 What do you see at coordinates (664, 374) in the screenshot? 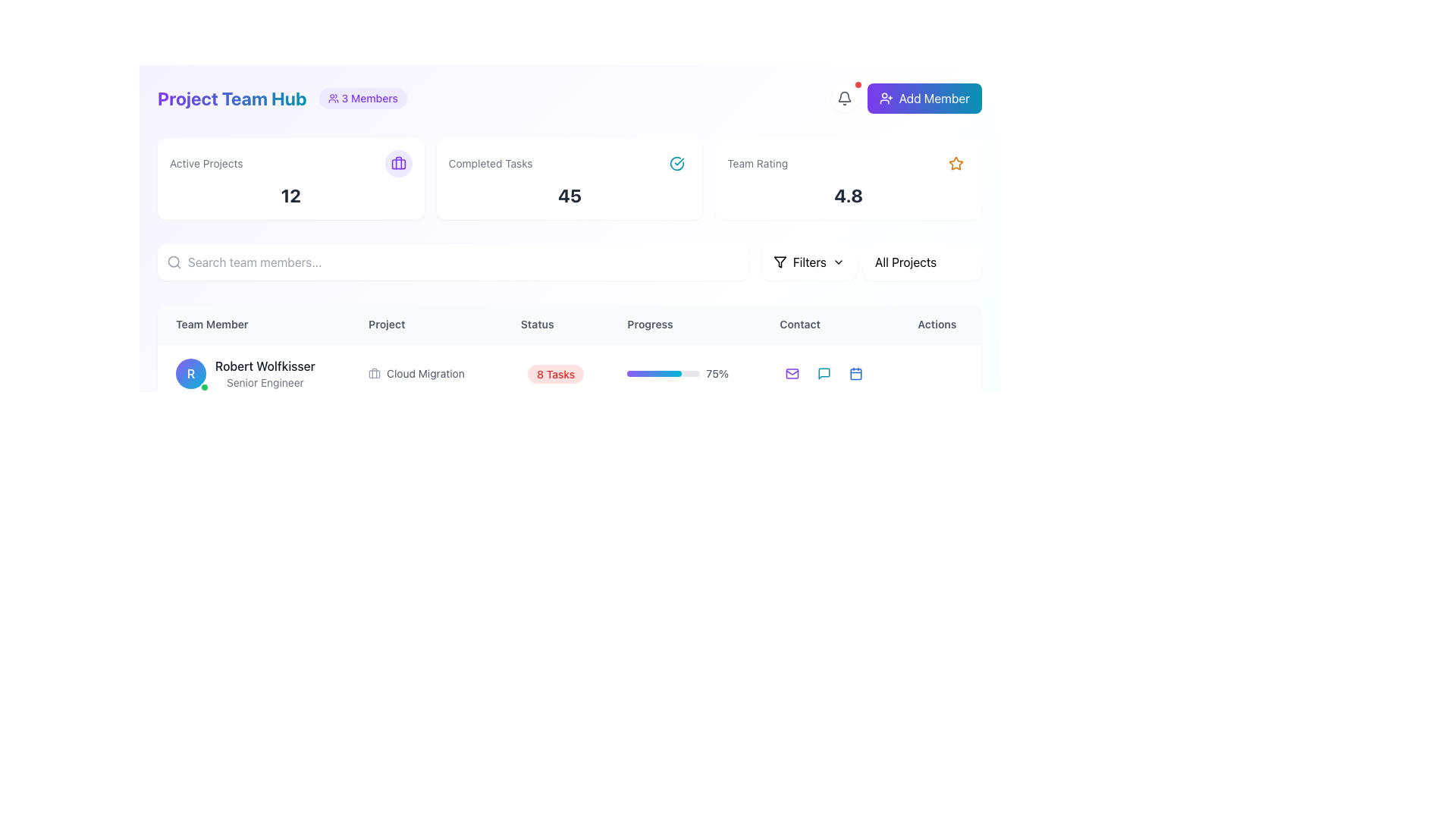
I see `the Progress Bar element which visually represents 75% completion, located in the Progress column adjacent to the text '75%' and aligned with the 'Cloud Migration' row` at bounding box center [664, 374].